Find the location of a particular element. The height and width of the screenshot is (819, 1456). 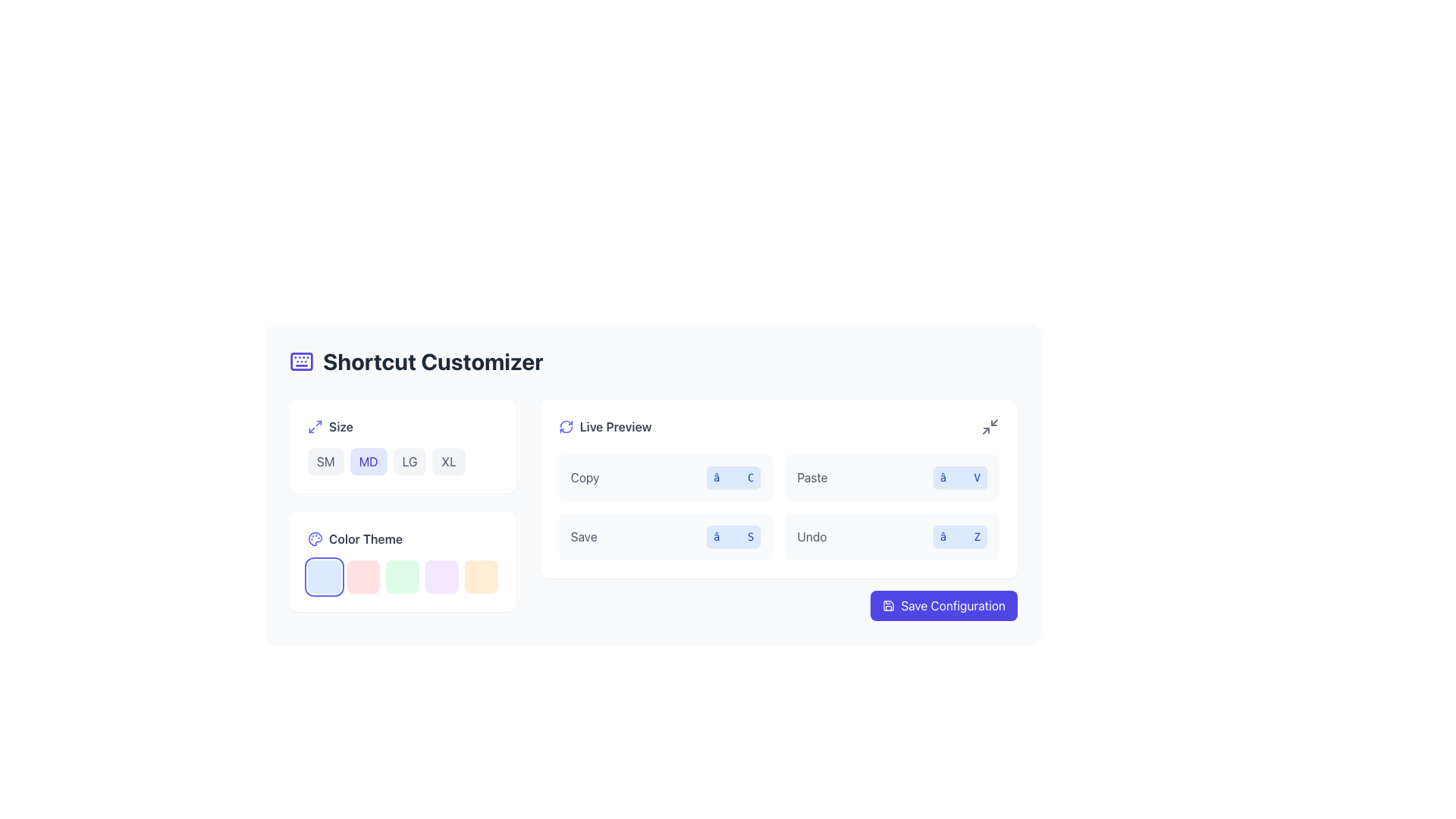

shortcut information from the 'Paste' button-like UI element that indicates the paste operation with the shortcut ⌘ V is located at coordinates (892, 476).